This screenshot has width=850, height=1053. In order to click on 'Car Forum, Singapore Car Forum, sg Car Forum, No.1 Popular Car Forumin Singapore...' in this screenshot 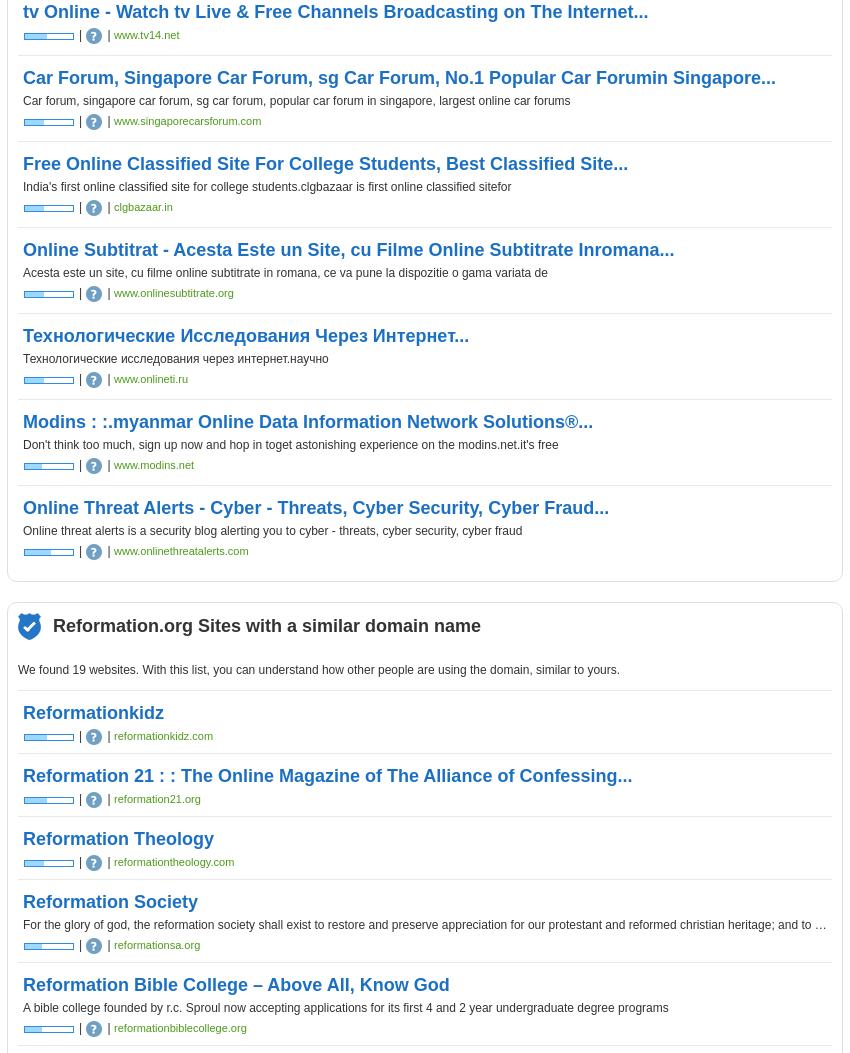, I will do `click(399, 77)`.